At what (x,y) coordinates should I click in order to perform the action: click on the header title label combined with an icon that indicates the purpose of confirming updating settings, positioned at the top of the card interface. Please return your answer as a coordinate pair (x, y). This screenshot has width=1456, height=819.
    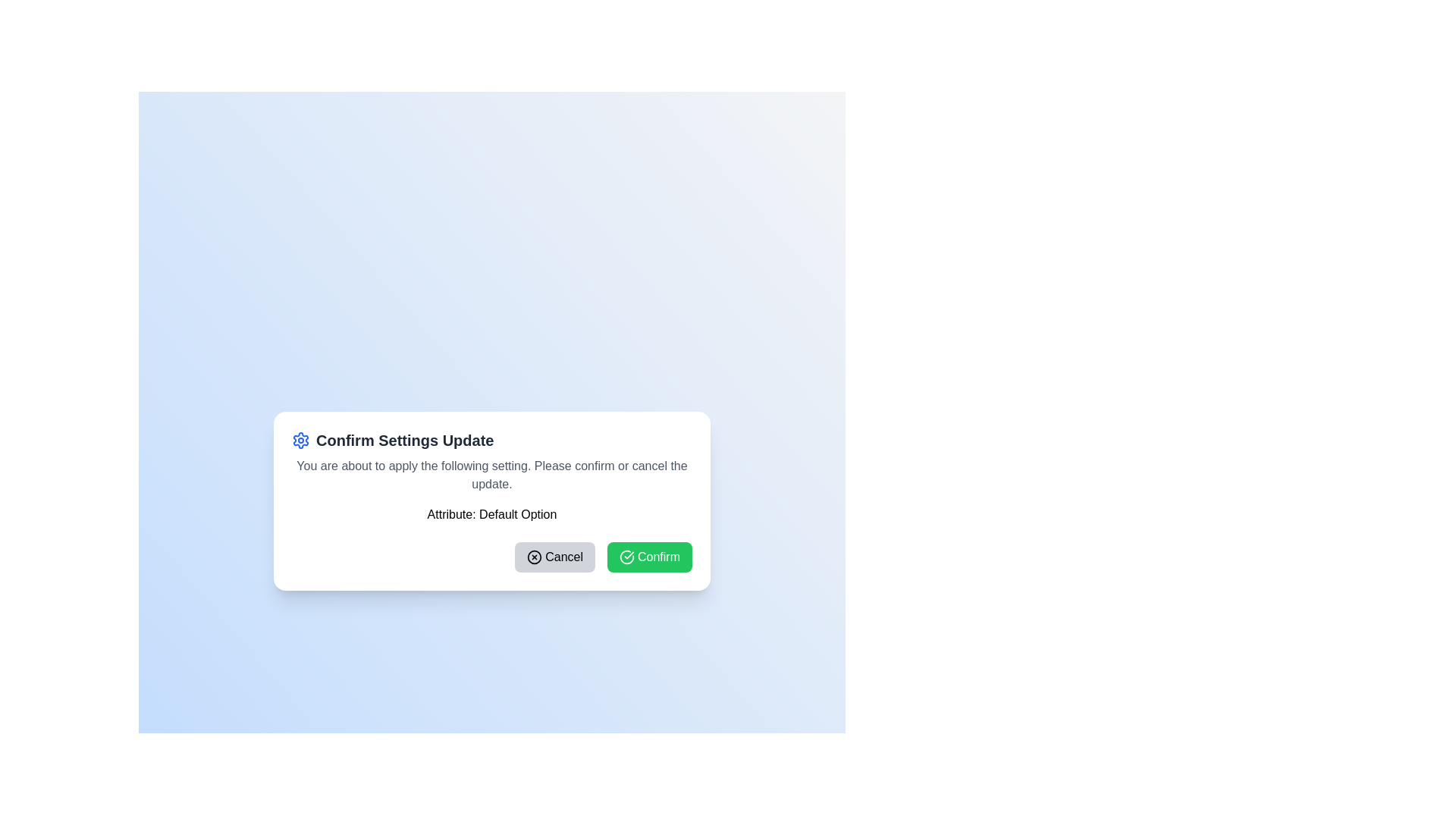
    Looking at the image, I should click on (491, 441).